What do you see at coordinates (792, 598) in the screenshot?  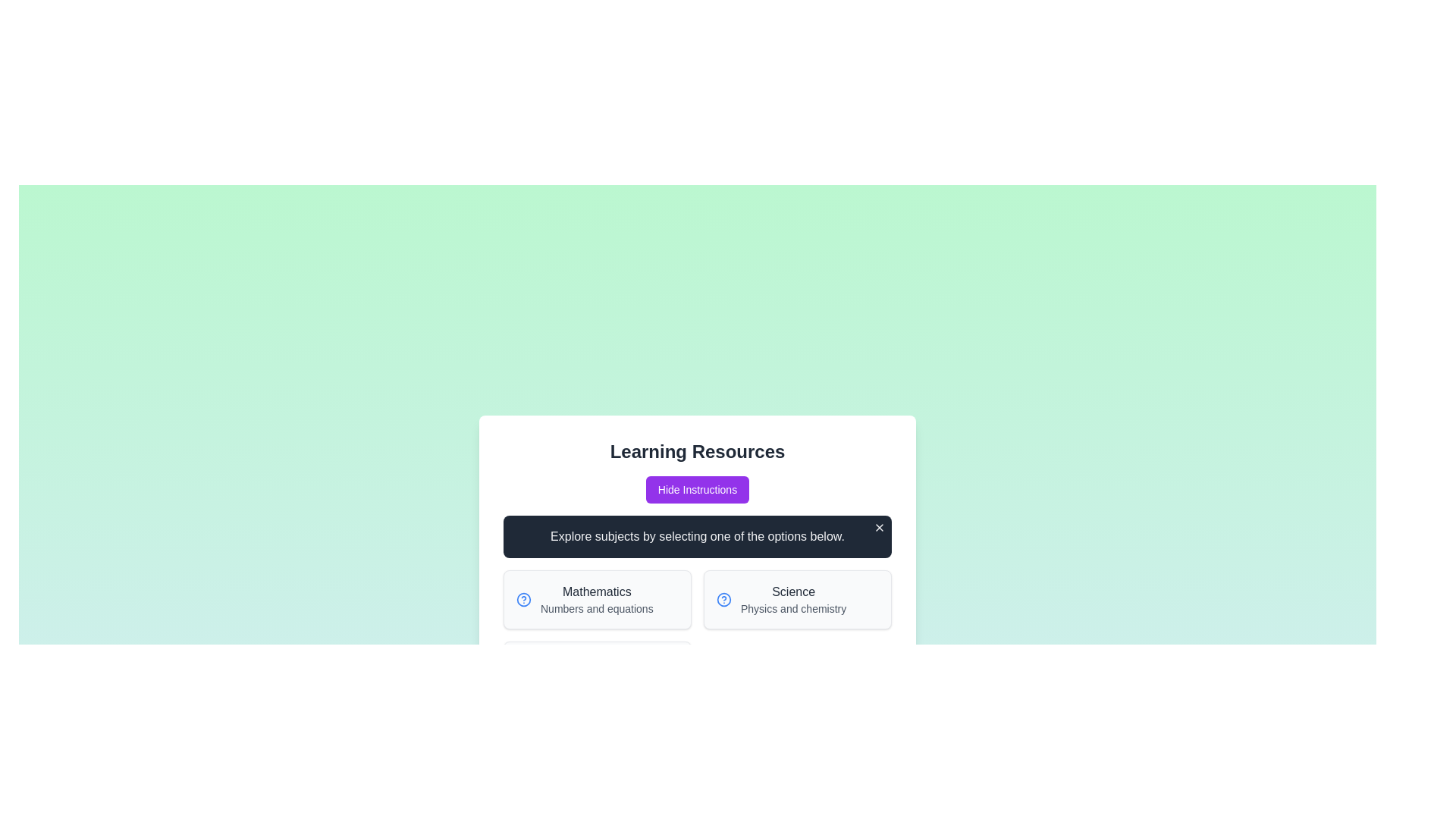 I see `the 'Science' text element, which is a medium bold font header with a subtitle 'Physics and chemistry', located in the right column under subject options` at bounding box center [792, 598].